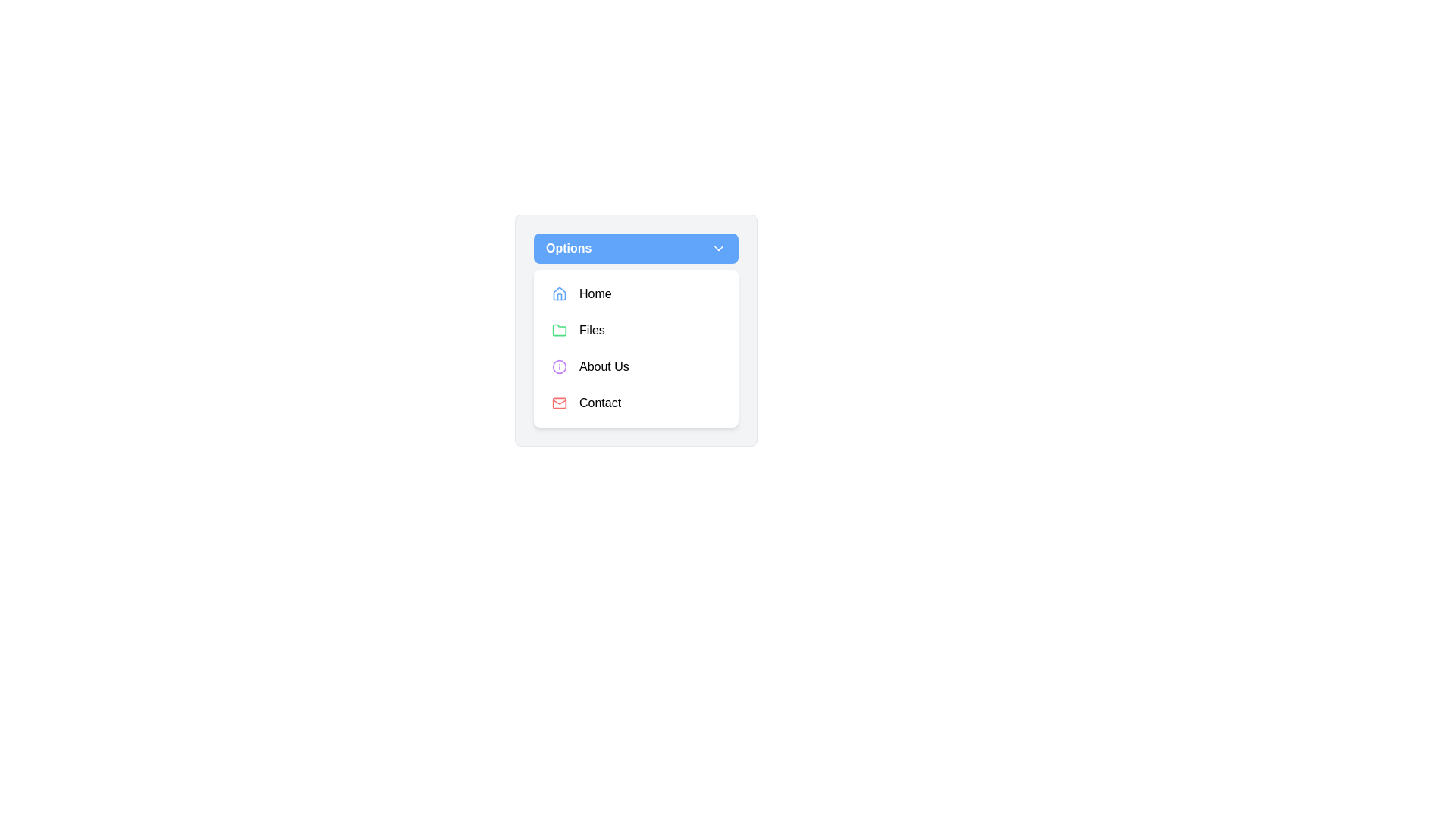  What do you see at coordinates (636, 294) in the screenshot?
I see `the 'Home' button` at bounding box center [636, 294].